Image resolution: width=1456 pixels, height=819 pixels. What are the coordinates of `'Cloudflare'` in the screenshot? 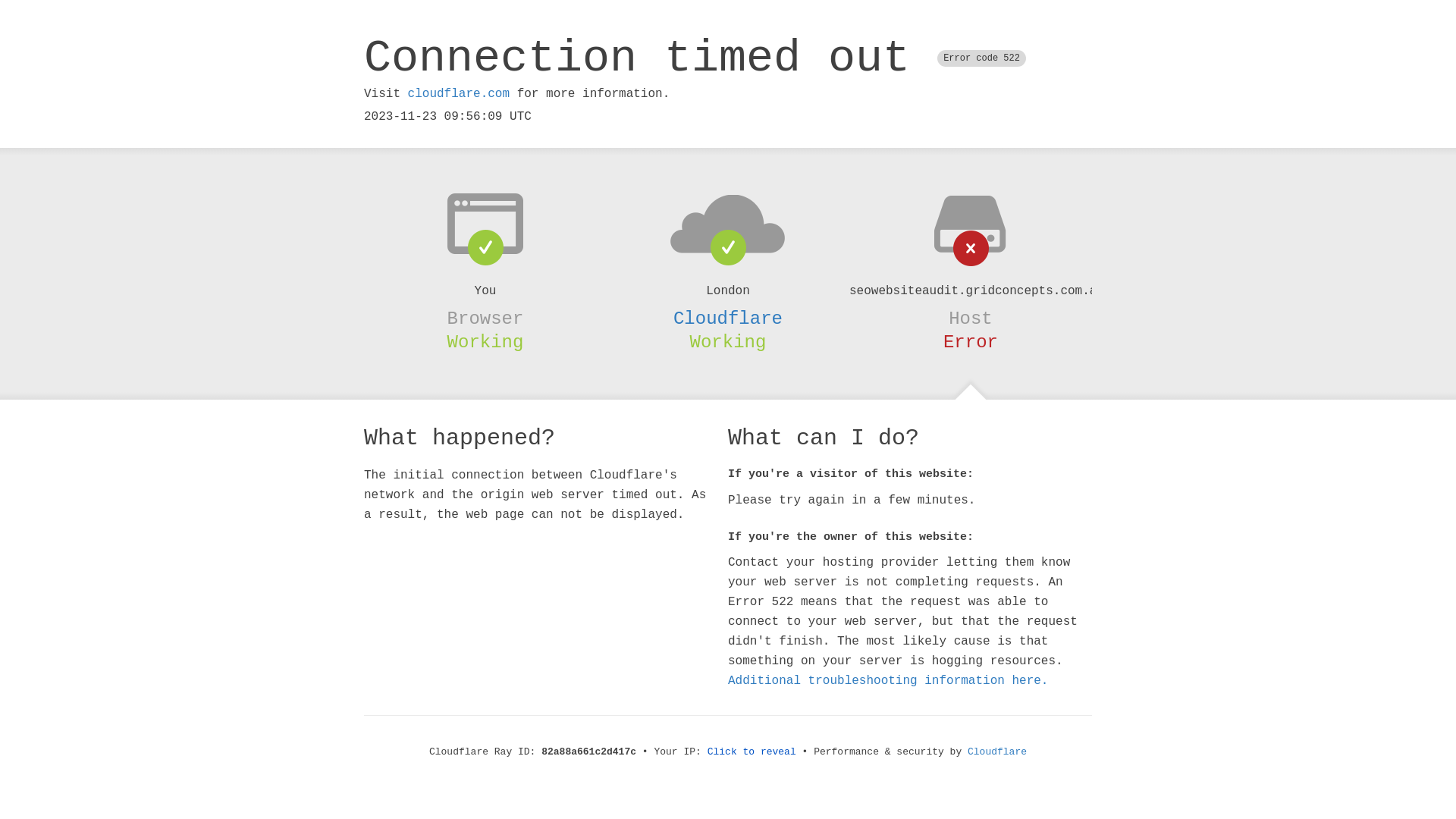 It's located at (997, 752).